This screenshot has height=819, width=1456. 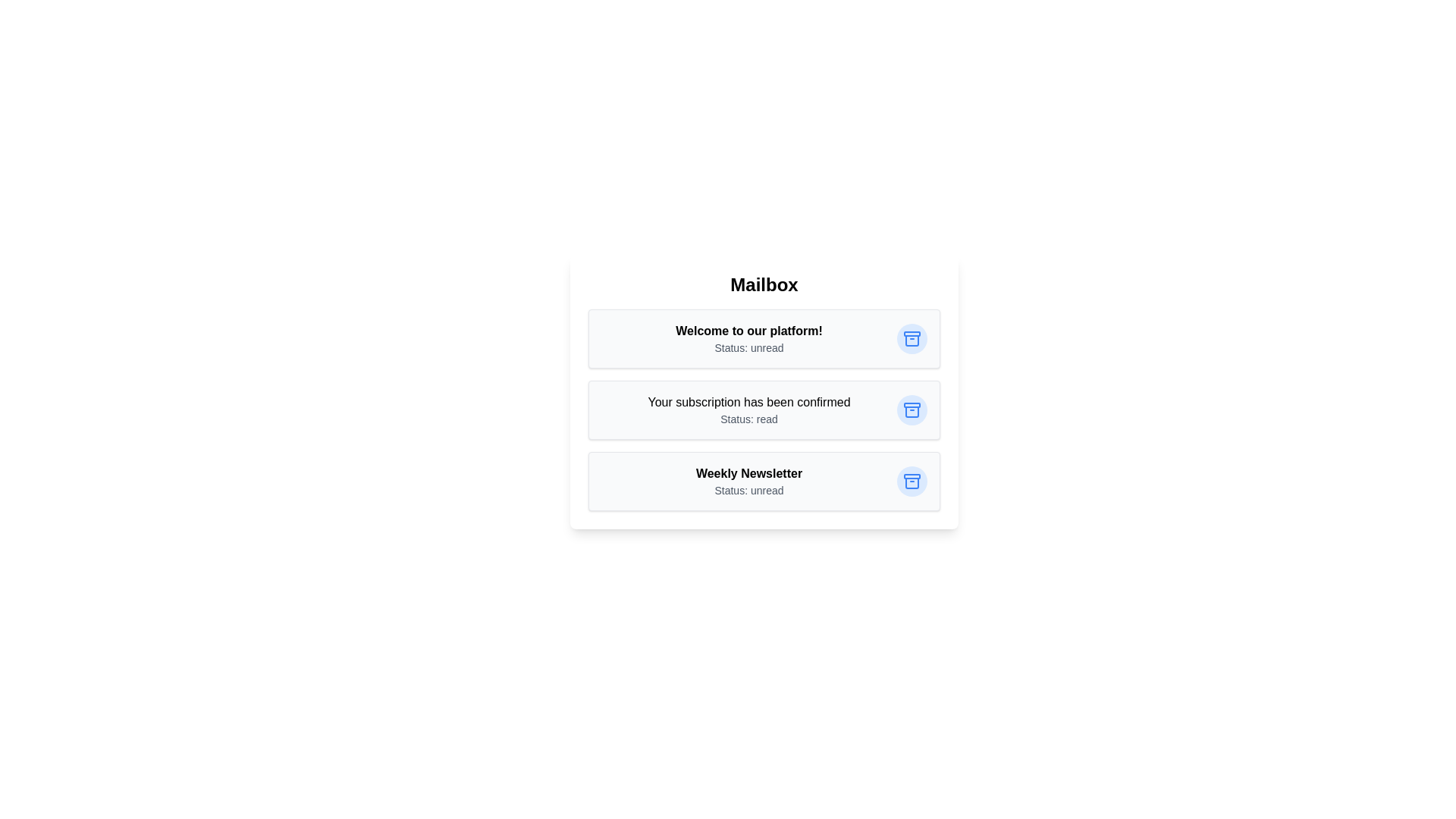 I want to click on the status text of the email with subject 'Your subscription has been confirmed', so click(x=749, y=419).